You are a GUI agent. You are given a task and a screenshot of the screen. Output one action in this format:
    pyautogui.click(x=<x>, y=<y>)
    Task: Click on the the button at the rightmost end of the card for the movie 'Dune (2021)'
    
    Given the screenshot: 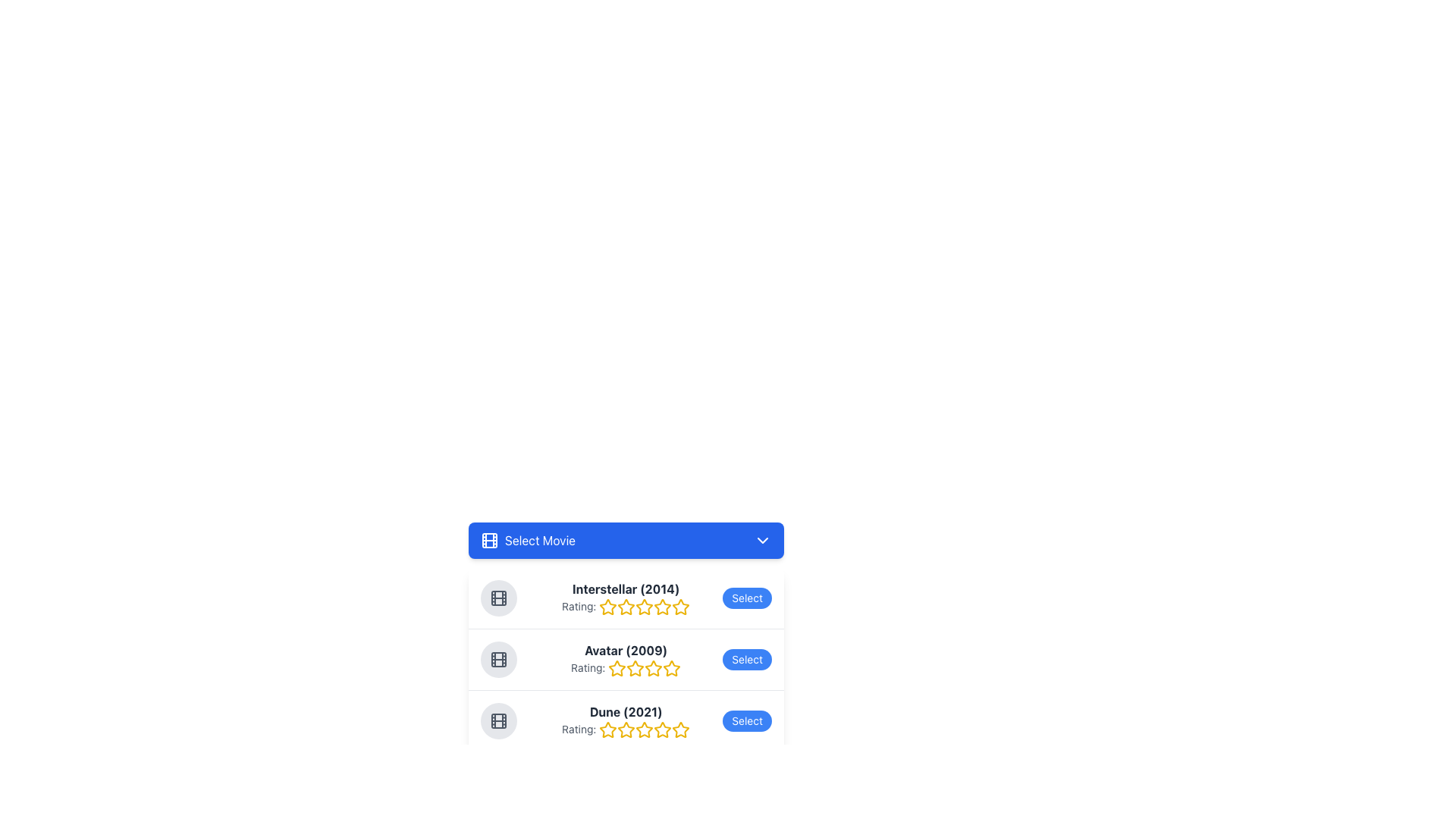 What is the action you would take?
    pyautogui.click(x=747, y=720)
    